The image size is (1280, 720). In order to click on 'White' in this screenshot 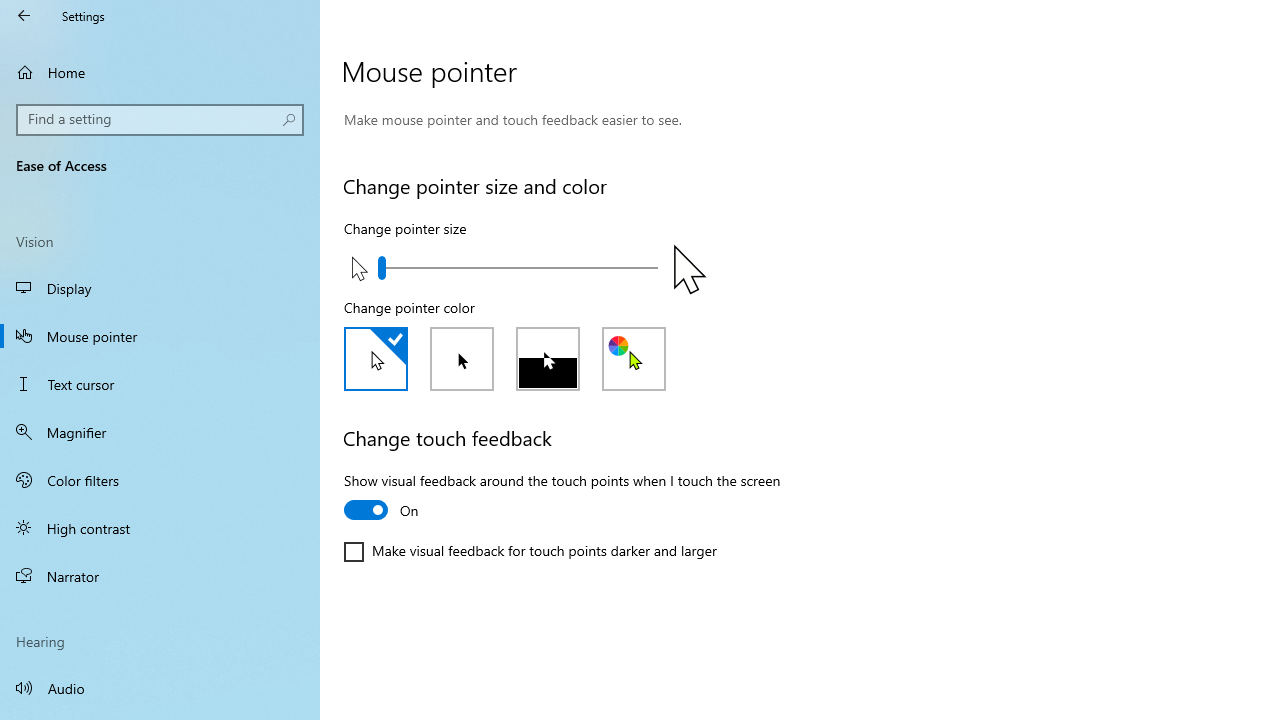, I will do `click(375, 357)`.